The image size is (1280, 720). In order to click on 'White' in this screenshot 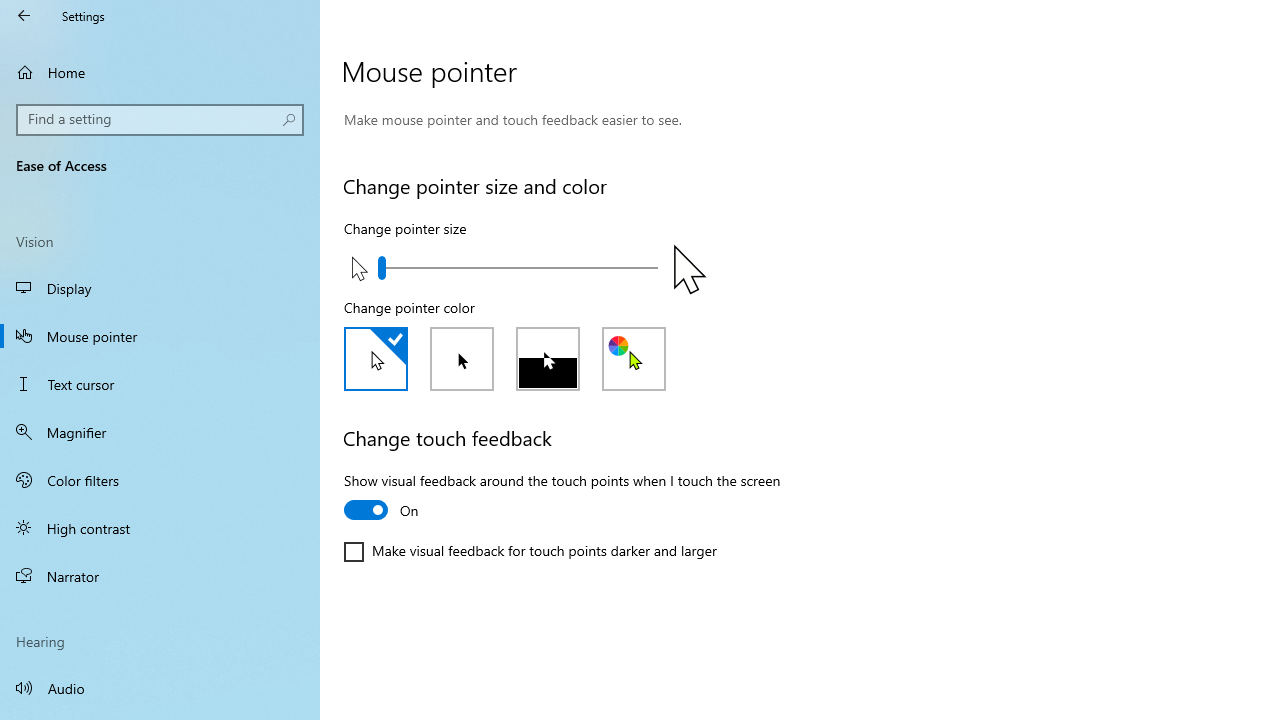, I will do `click(375, 357)`.